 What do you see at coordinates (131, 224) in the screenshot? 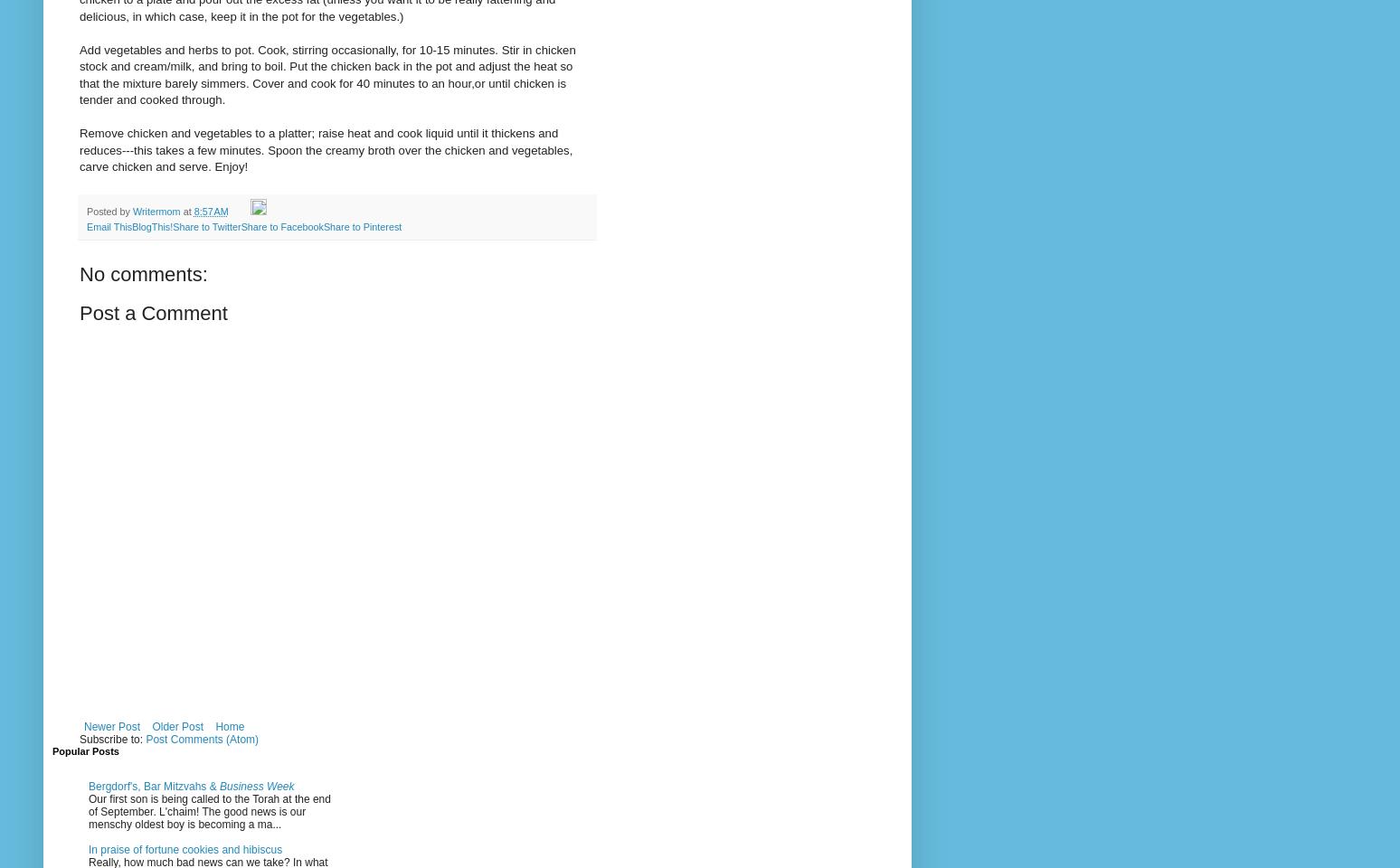
I see `'BlogThis!'` at bounding box center [131, 224].